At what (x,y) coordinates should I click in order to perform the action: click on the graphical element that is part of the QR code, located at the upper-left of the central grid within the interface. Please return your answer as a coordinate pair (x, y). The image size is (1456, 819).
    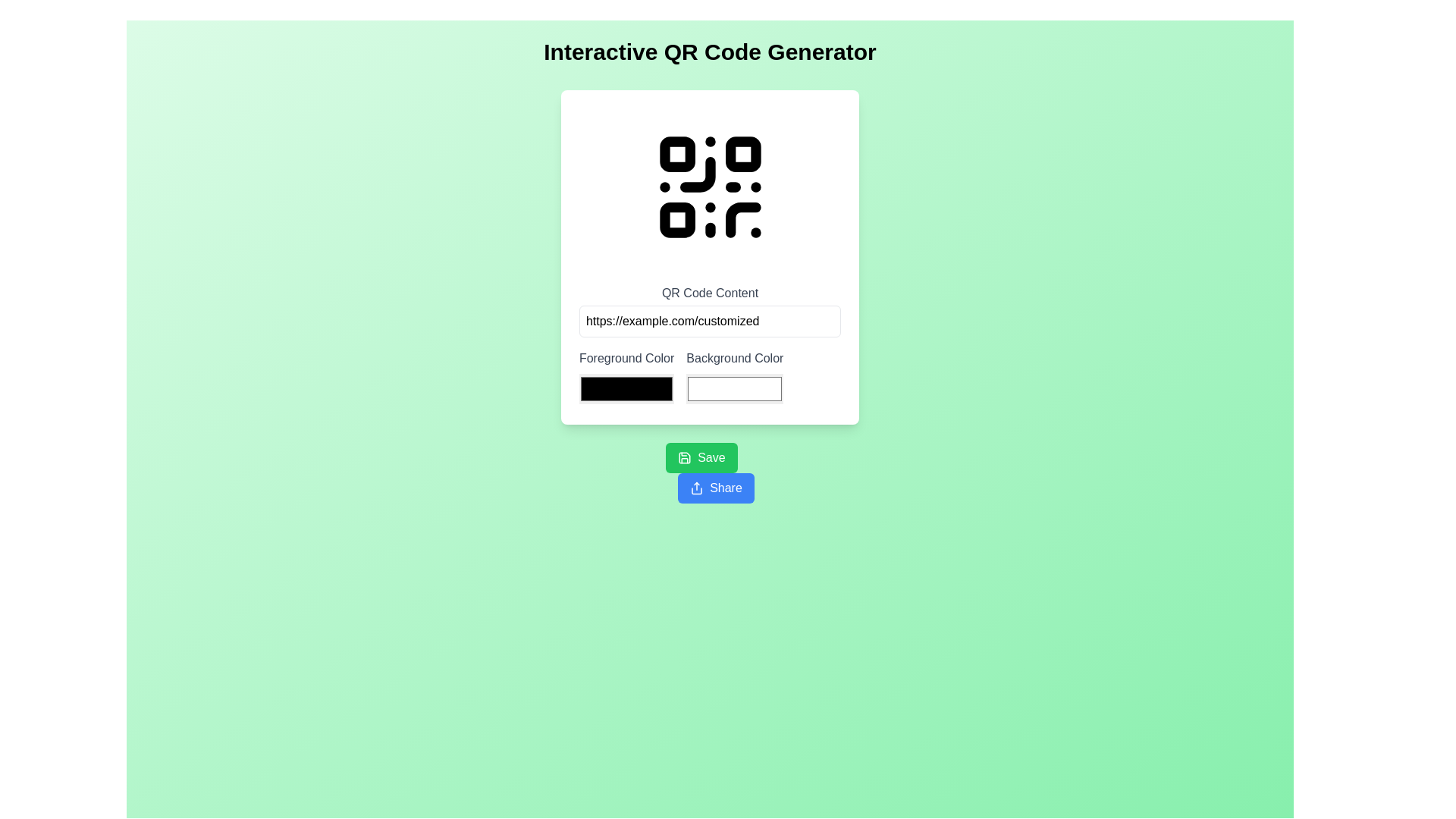
    Looking at the image, I should click on (696, 174).